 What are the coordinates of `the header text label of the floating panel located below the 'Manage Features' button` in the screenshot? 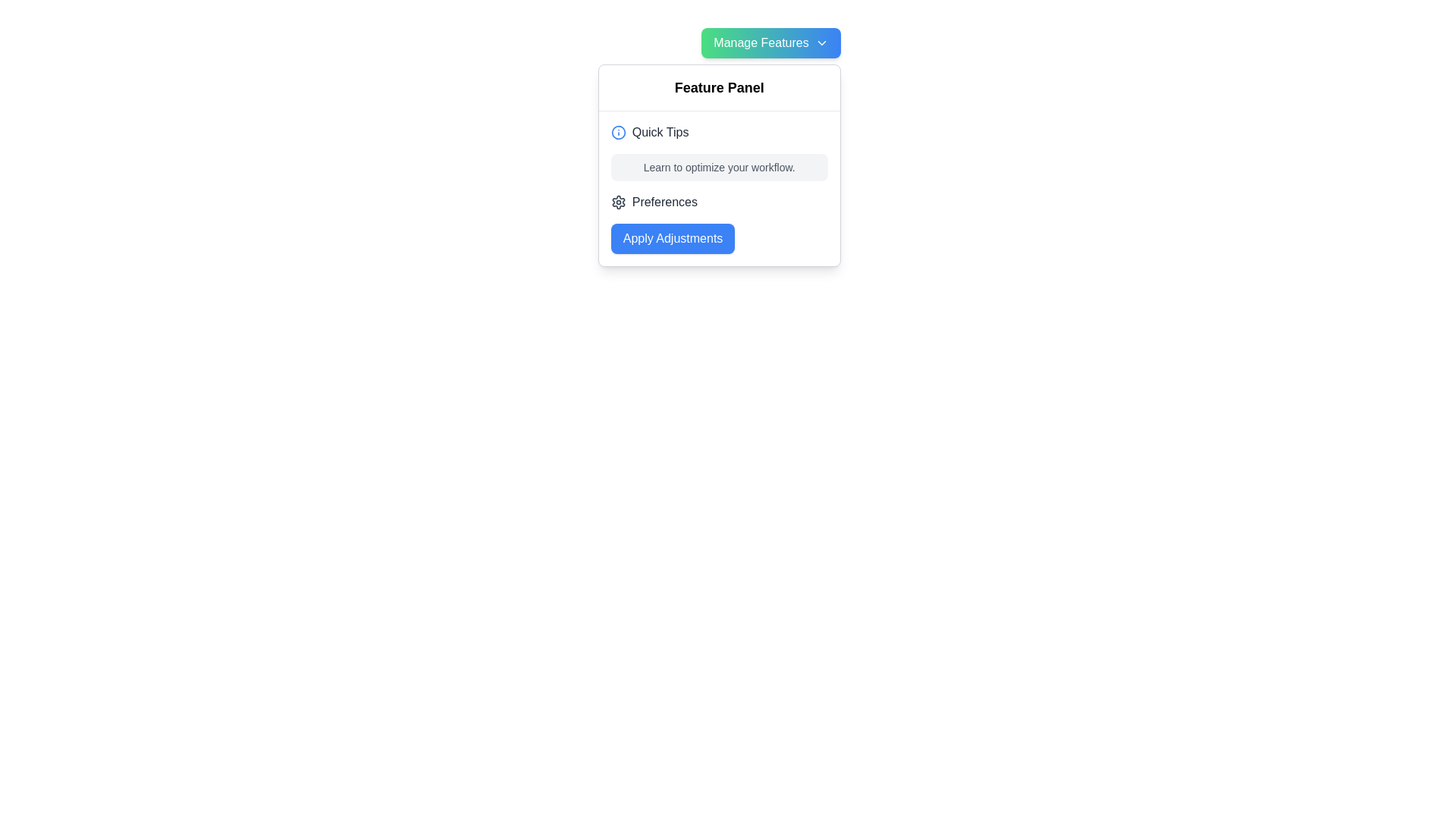 It's located at (718, 88).